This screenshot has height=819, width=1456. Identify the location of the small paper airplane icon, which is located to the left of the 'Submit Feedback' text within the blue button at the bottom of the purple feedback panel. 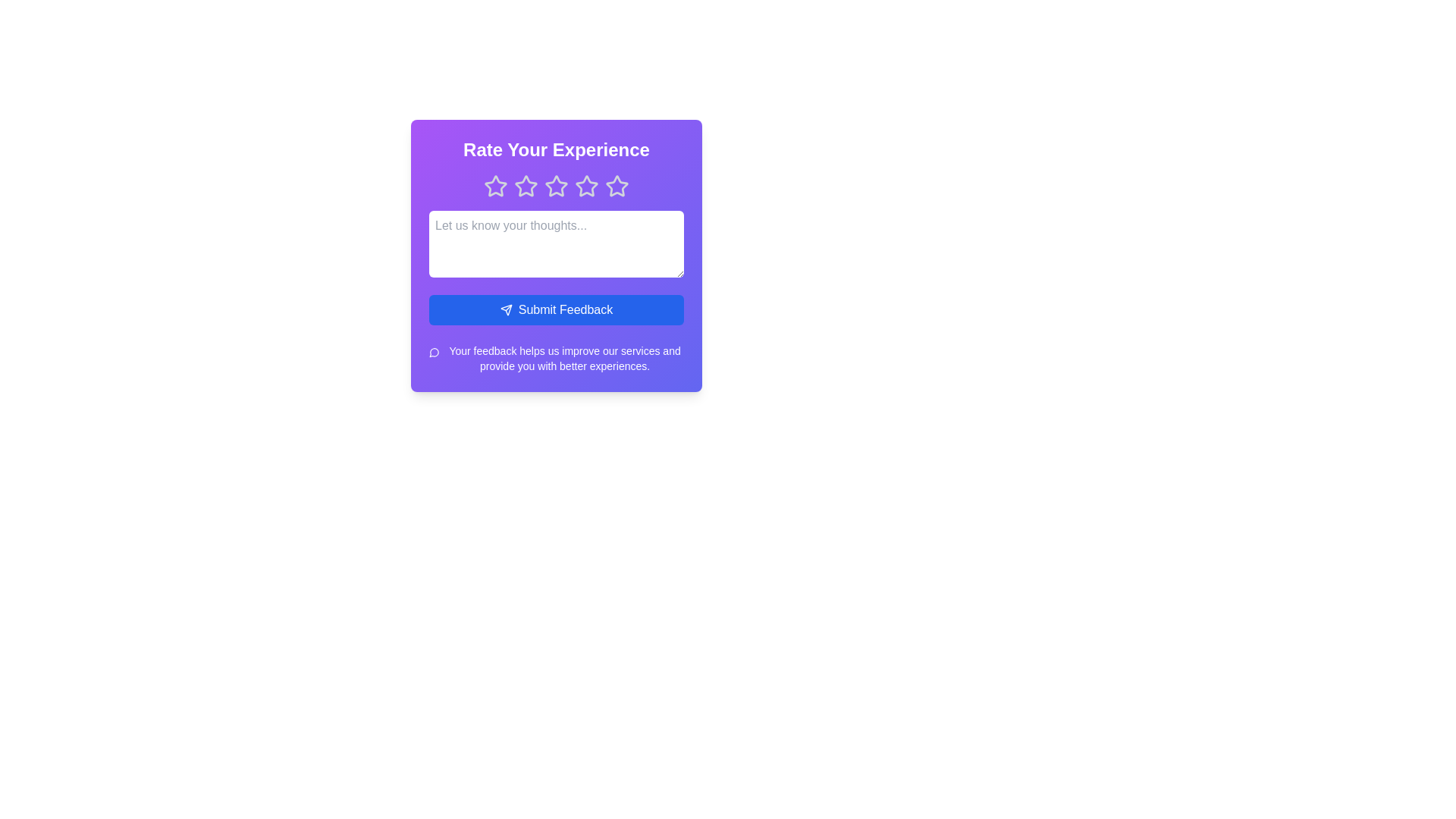
(506, 309).